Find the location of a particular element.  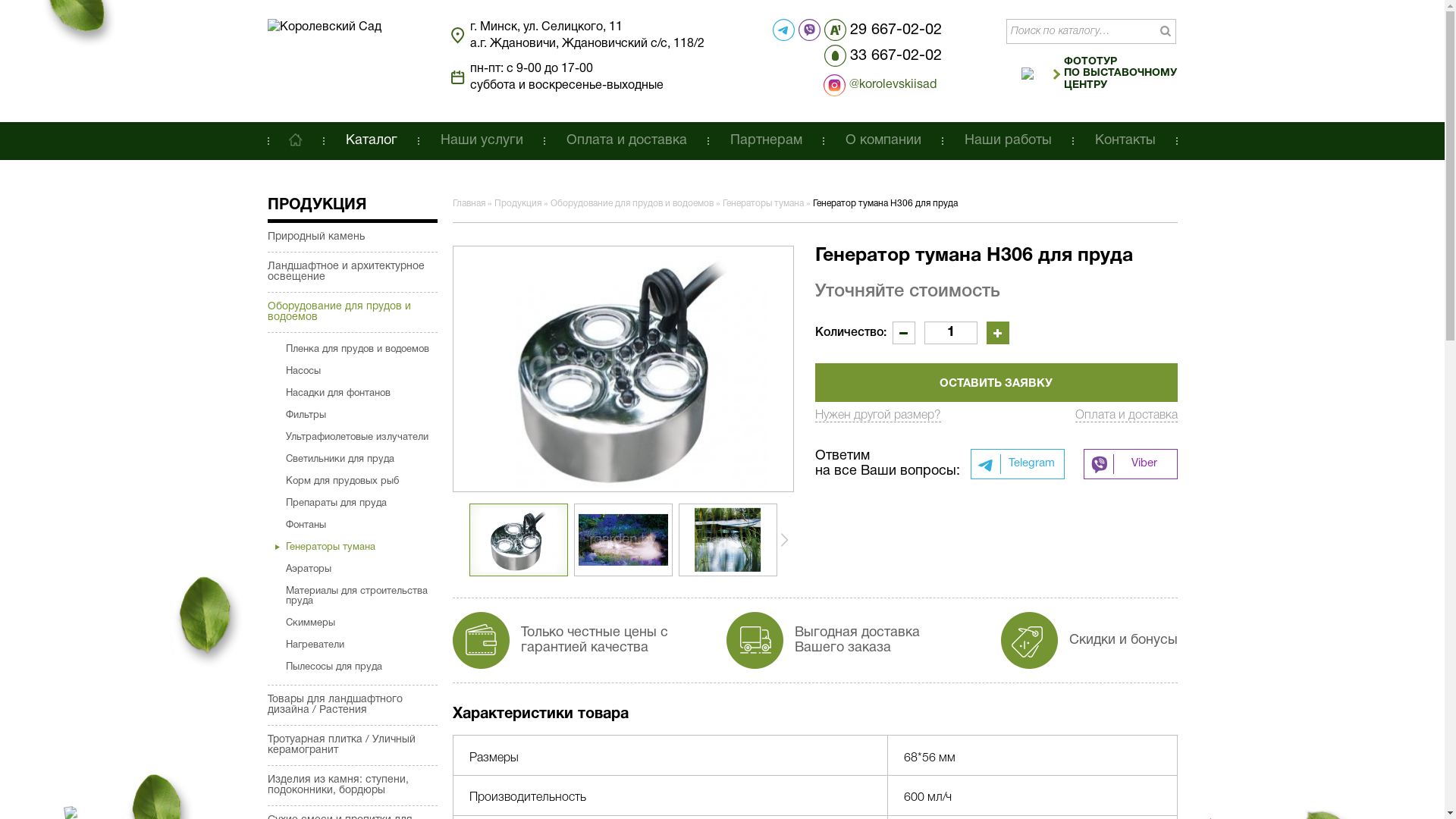

'@korolevskiisad' is located at coordinates (855, 85).